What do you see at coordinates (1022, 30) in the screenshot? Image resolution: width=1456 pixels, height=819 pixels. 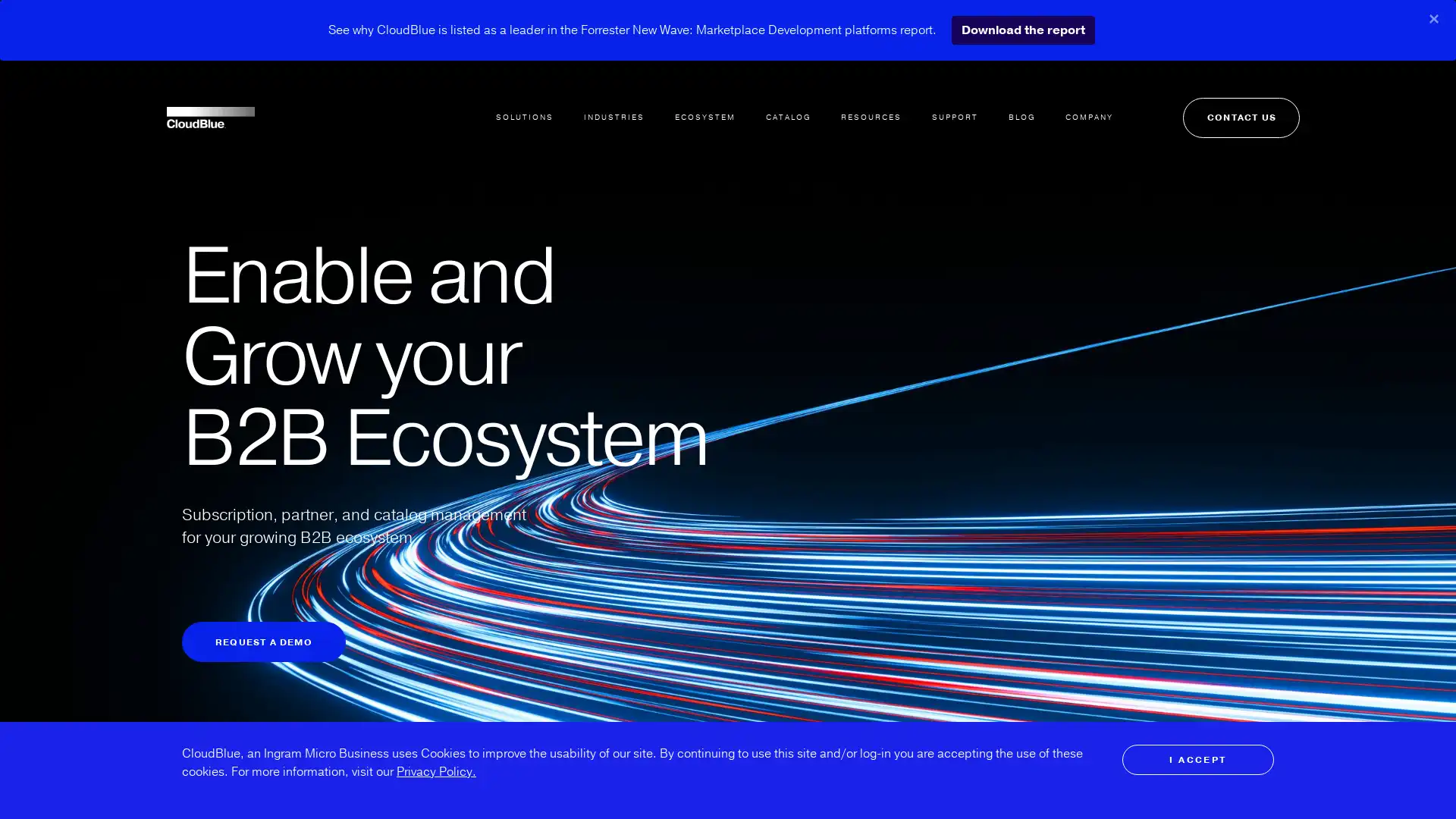 I see `Download the report` at bounding box center [1022, 30].